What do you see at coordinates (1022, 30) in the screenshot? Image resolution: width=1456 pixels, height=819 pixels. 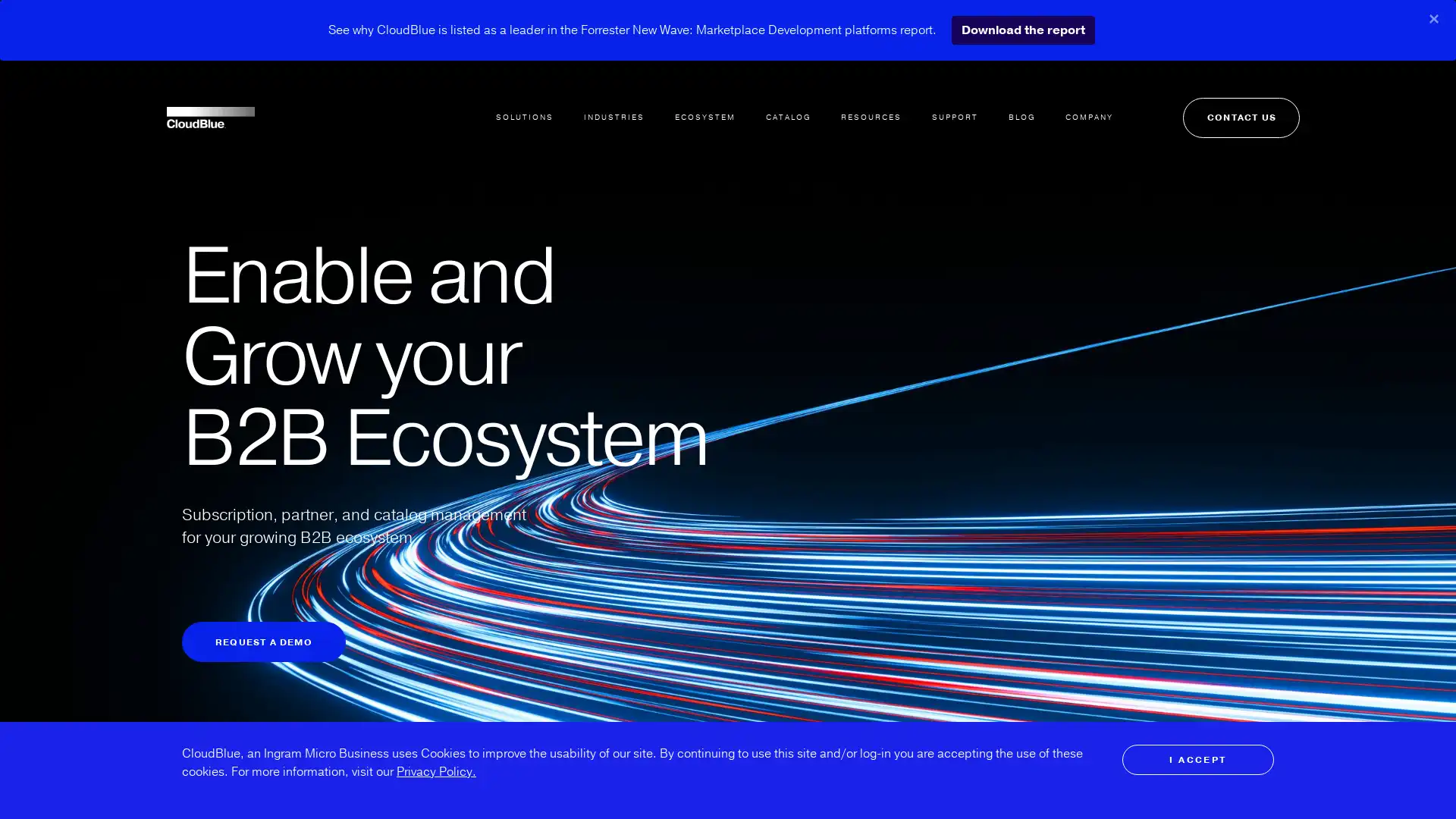 I see `Download the report` at bounding box center [1022, 30].